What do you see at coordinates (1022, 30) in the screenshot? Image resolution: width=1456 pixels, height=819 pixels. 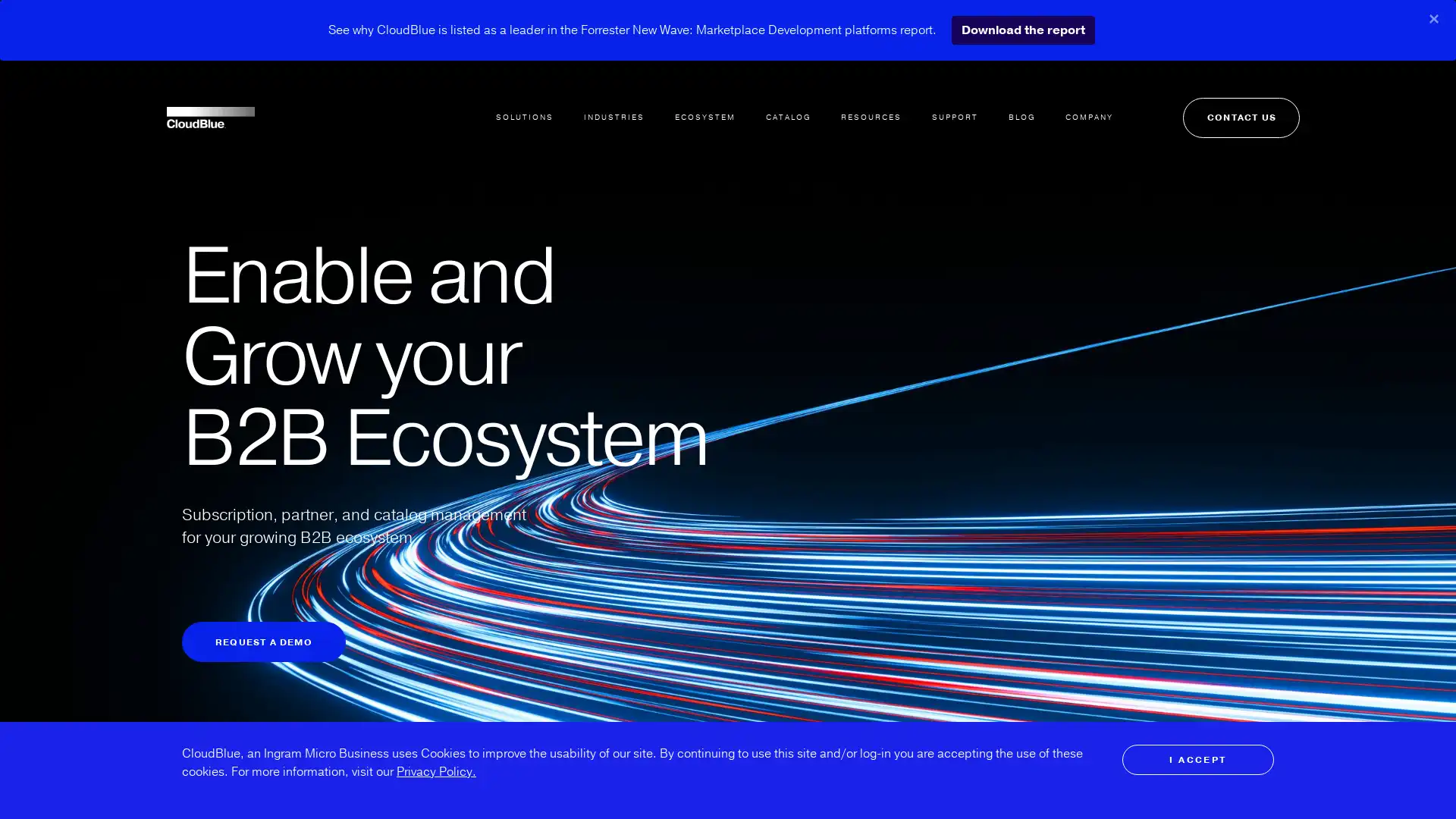 I see `Download the report` at bounding box center [1022, 30].